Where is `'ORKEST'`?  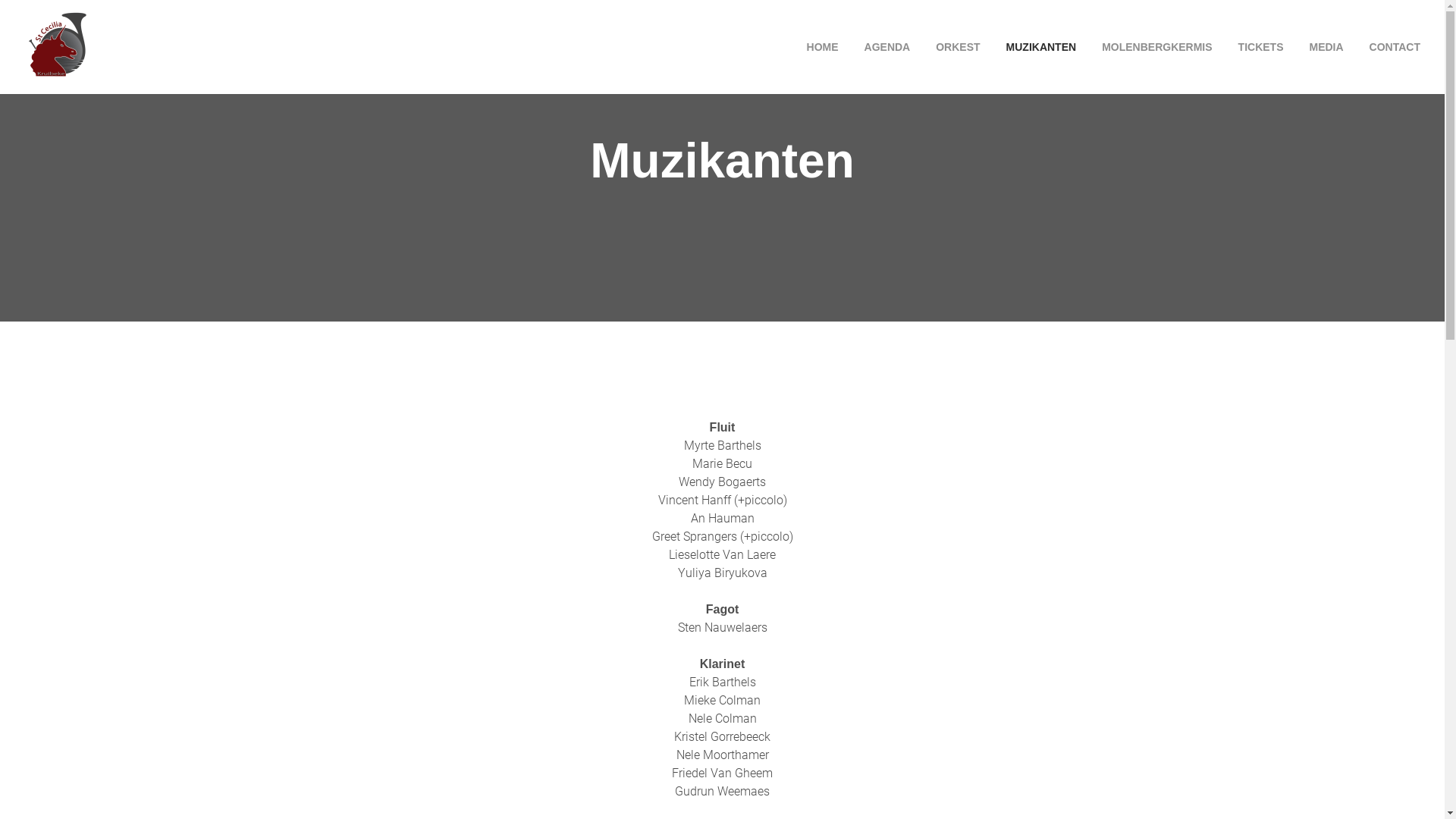
'ORKEST' is located at coordinates (924, 45).